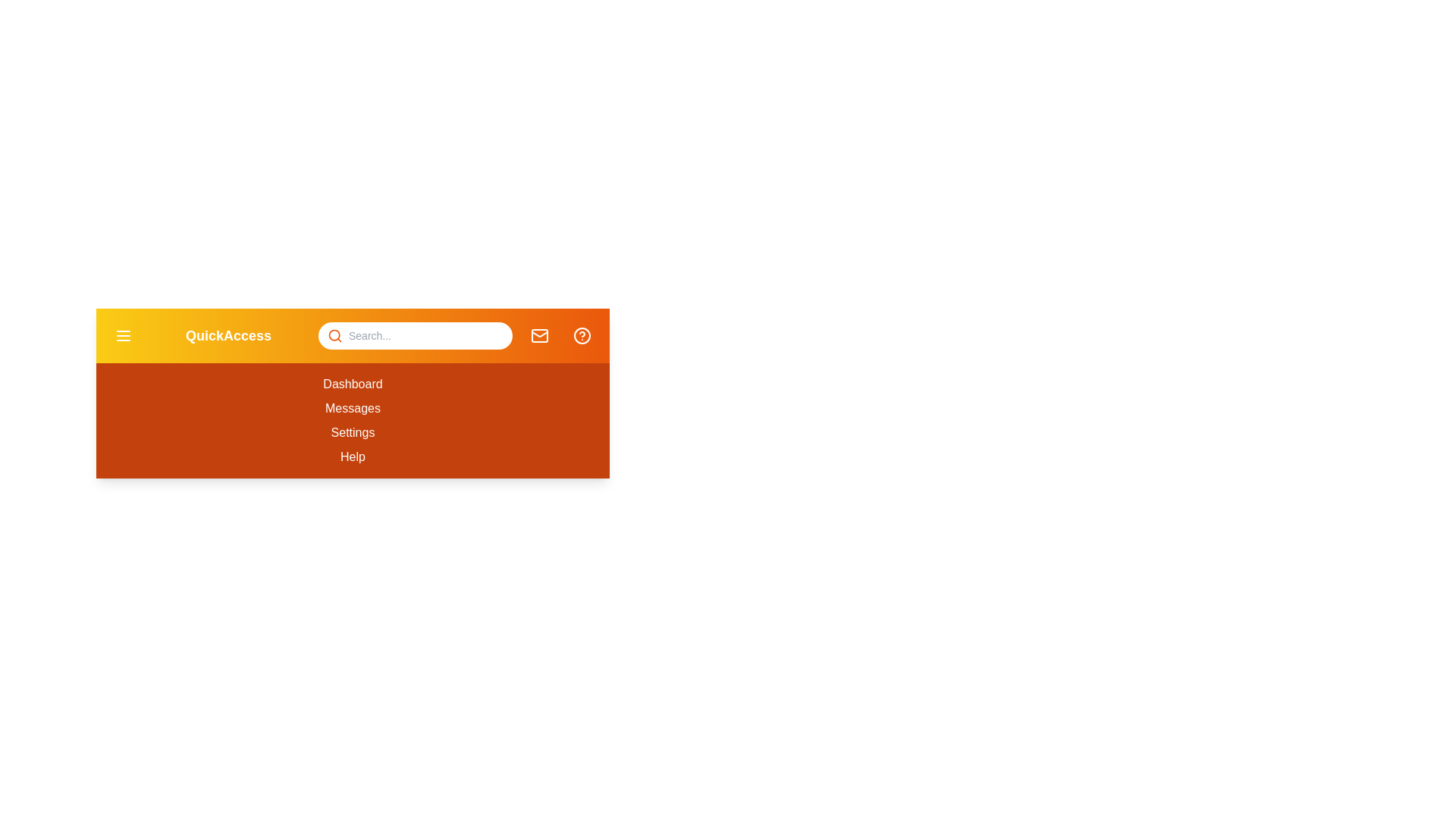  What do you see at coordinates (582, 335) in the screenshot?
I see `the help button located on the rightmost side of the navigation bar, which is the third button in the row` at bounding box center [582, 335].